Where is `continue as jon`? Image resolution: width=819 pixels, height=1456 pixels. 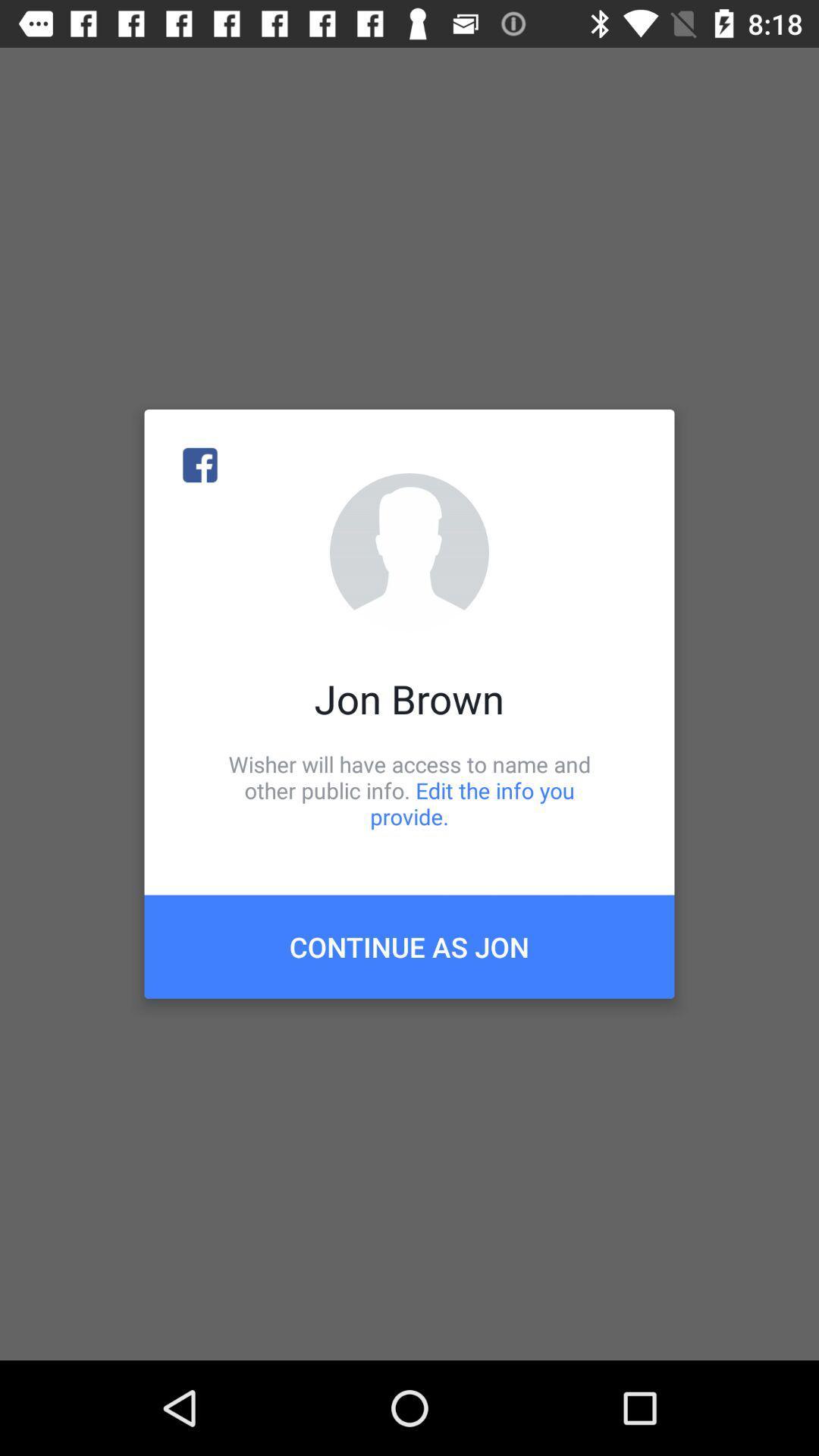 continue as jon is located at coordinates (409, 946).